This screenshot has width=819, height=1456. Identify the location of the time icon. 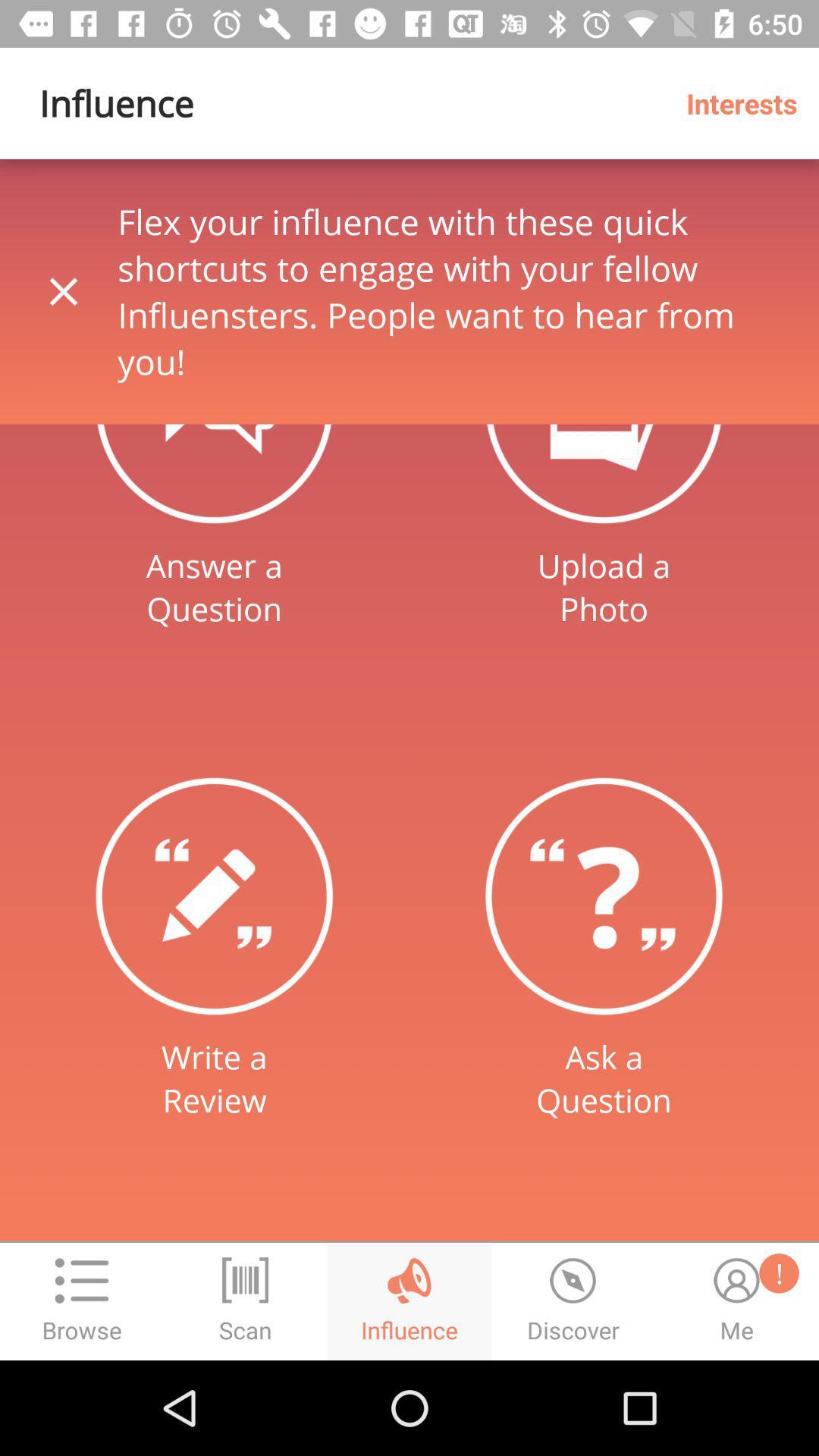
(573, 1301).